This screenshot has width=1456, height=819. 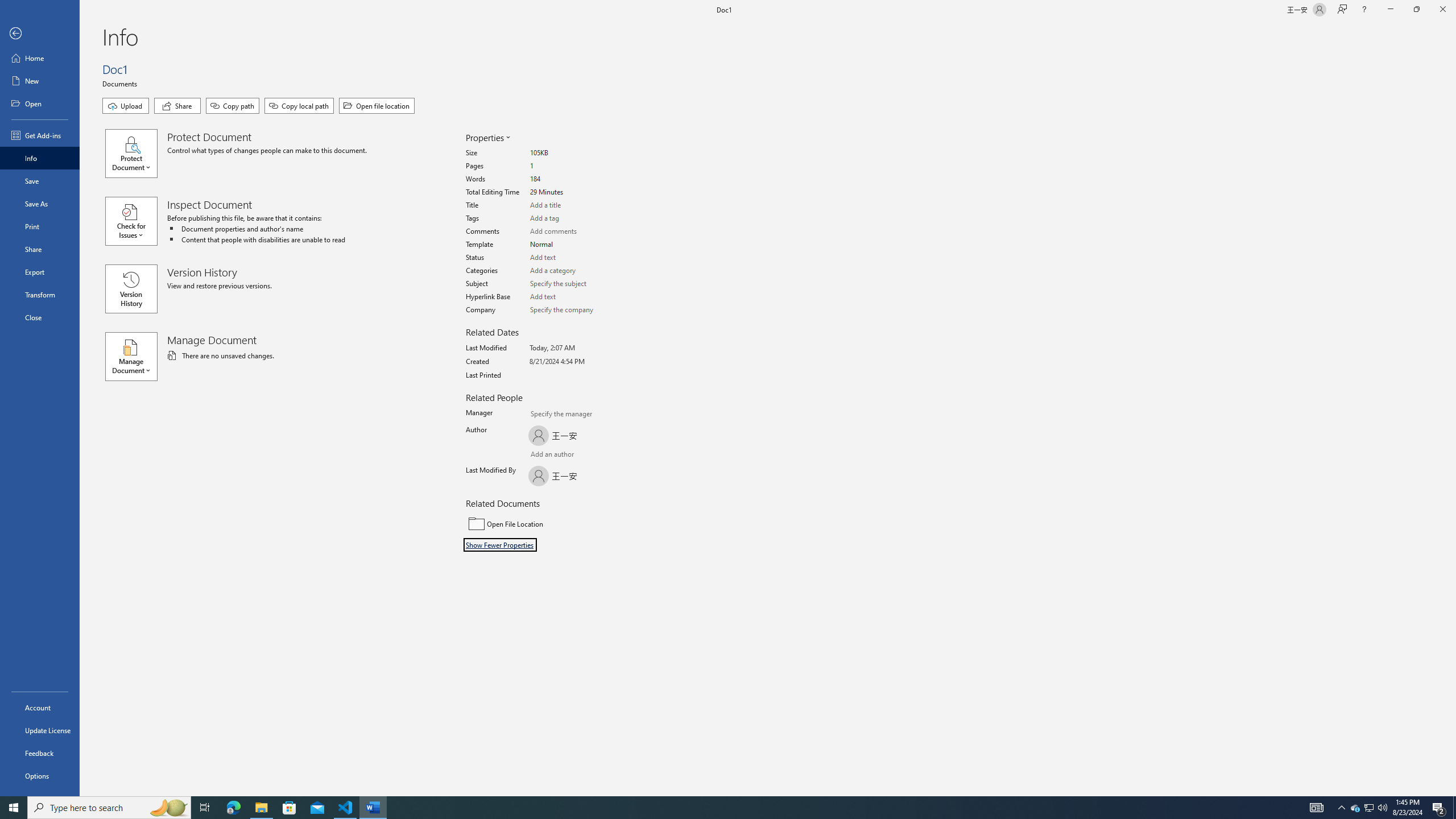 I want to click on 'Company', so click(x=572, y=309).